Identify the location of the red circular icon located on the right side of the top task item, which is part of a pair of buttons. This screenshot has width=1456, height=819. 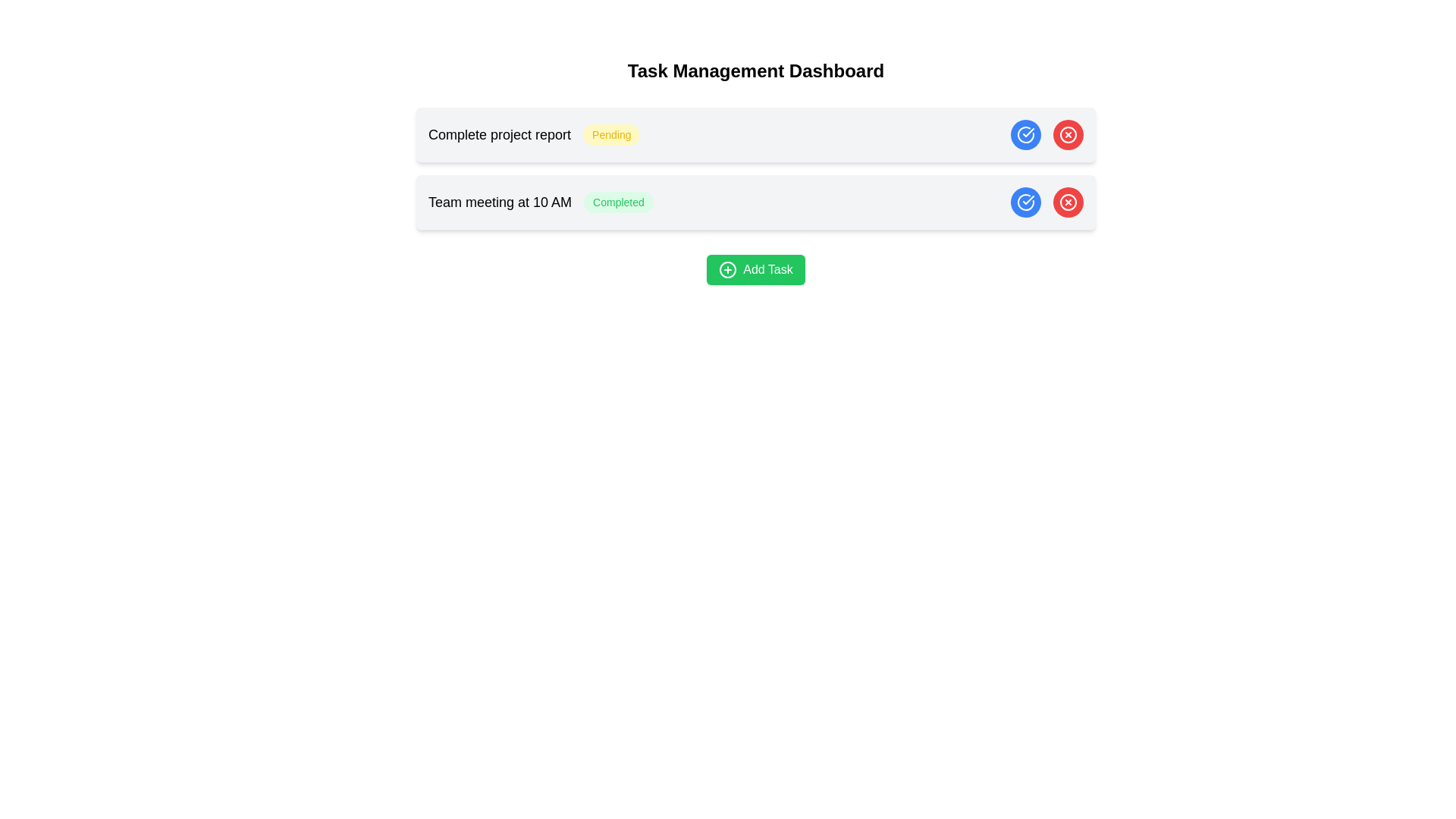
(1068, 201).